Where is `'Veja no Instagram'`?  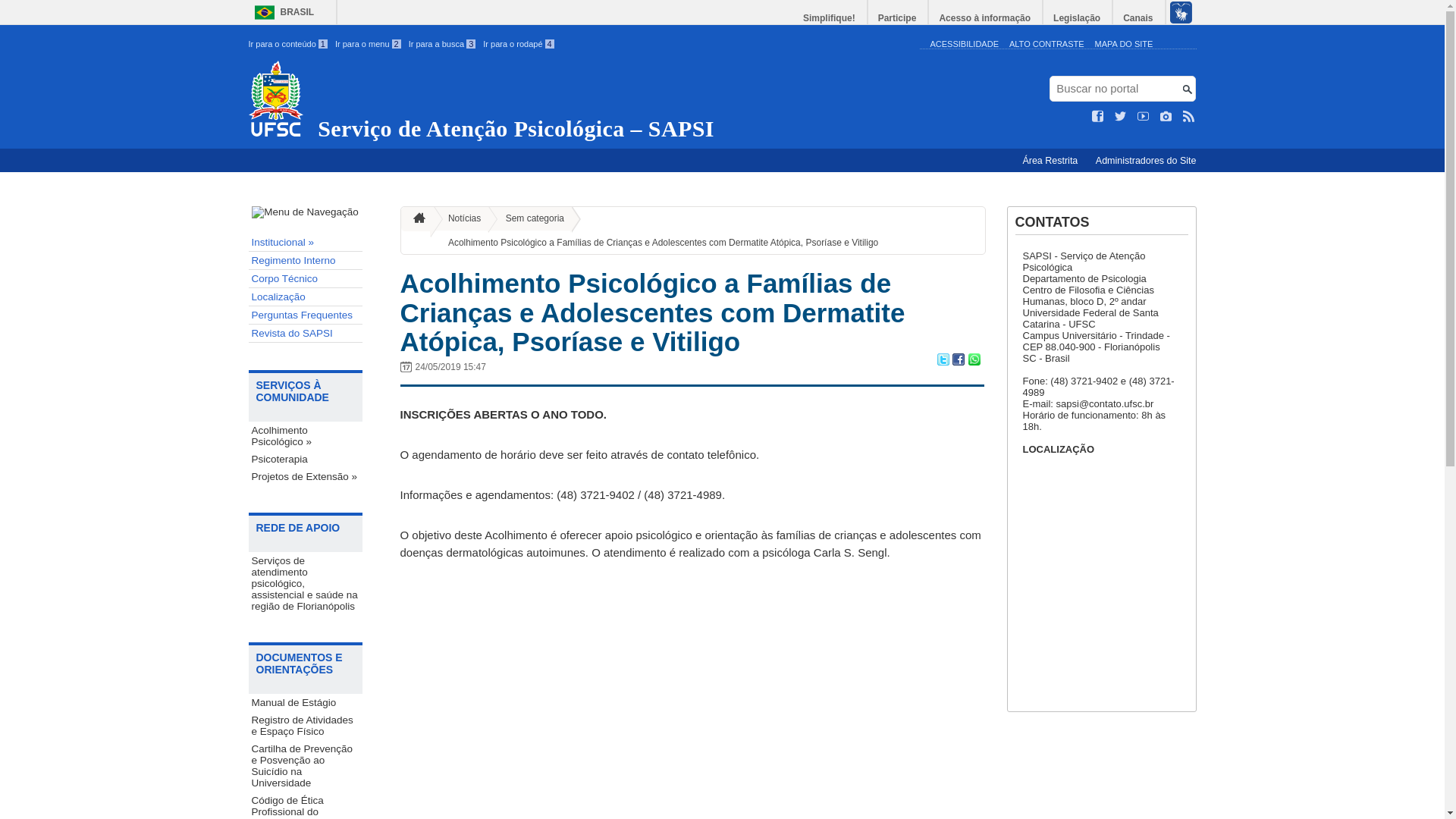 'Veja no Instagram' is located at coordinates (1165, 116).